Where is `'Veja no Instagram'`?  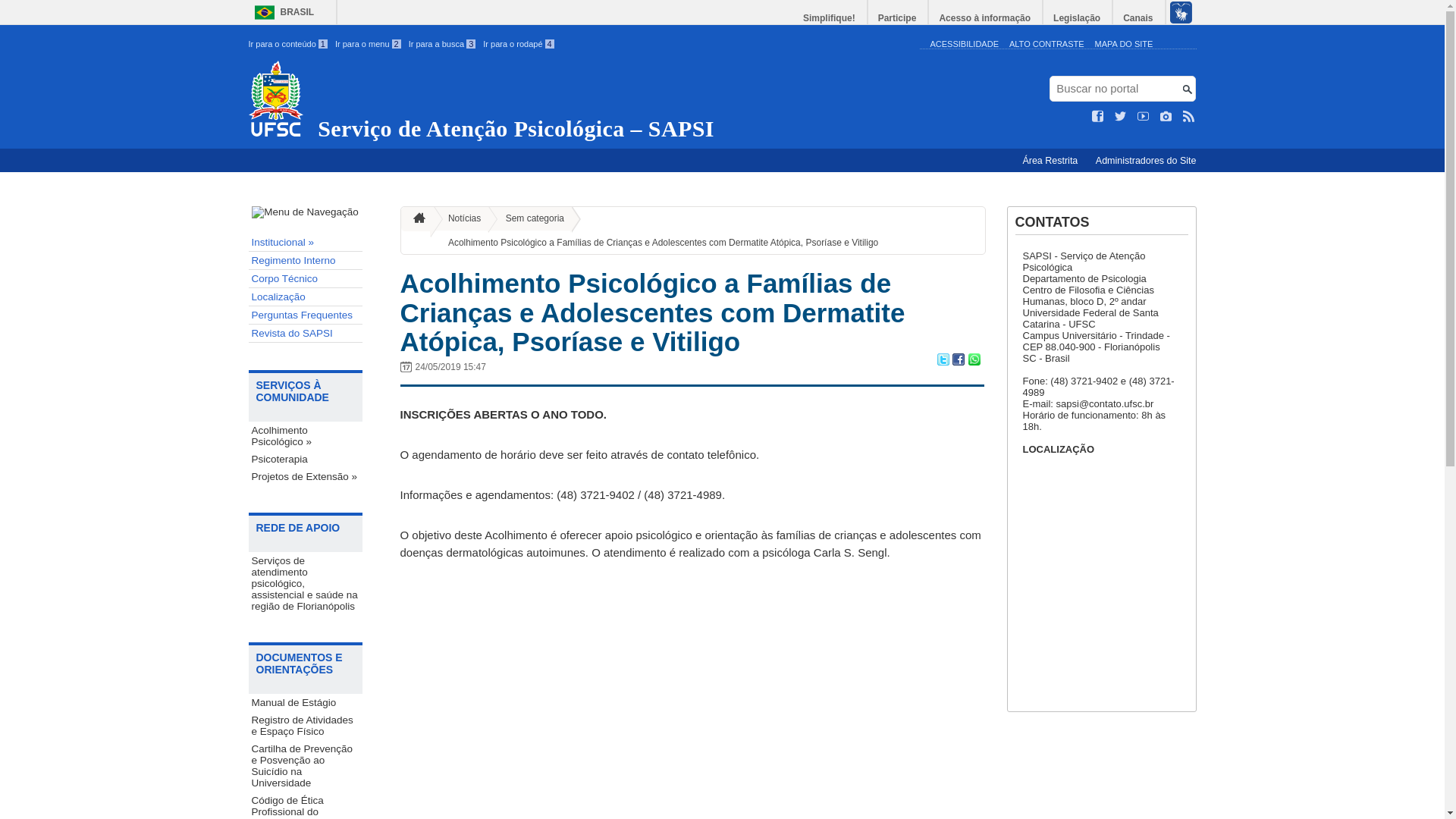 'Veja no Instagram' is located at coordinates (1165, 116).